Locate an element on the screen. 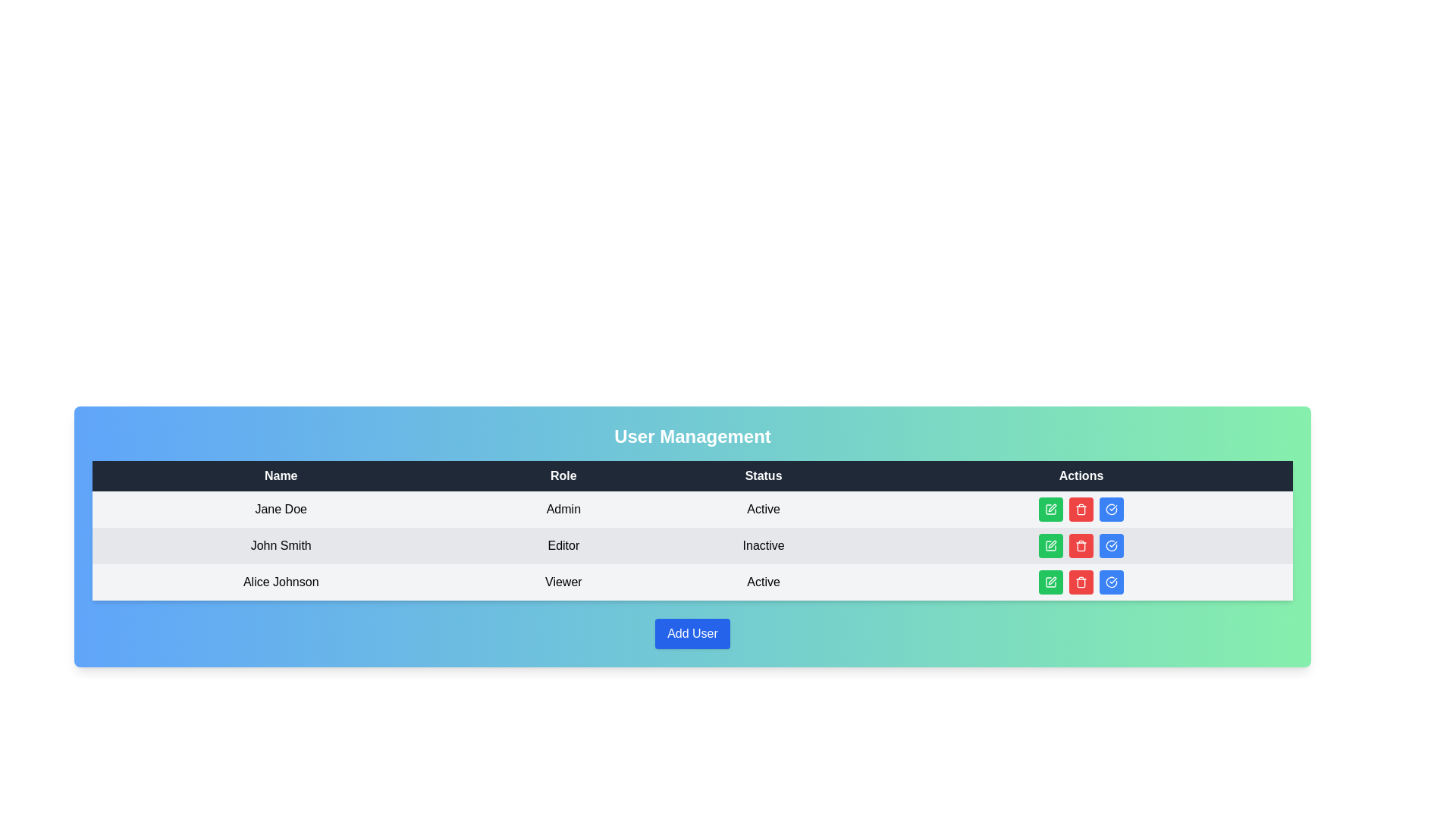 The height and width of the screenshot is (819, 1456). the text label displaying 'John Smith' in the user management interface, located in the second row under the 'Name' column is located at coordinates (281, 546).